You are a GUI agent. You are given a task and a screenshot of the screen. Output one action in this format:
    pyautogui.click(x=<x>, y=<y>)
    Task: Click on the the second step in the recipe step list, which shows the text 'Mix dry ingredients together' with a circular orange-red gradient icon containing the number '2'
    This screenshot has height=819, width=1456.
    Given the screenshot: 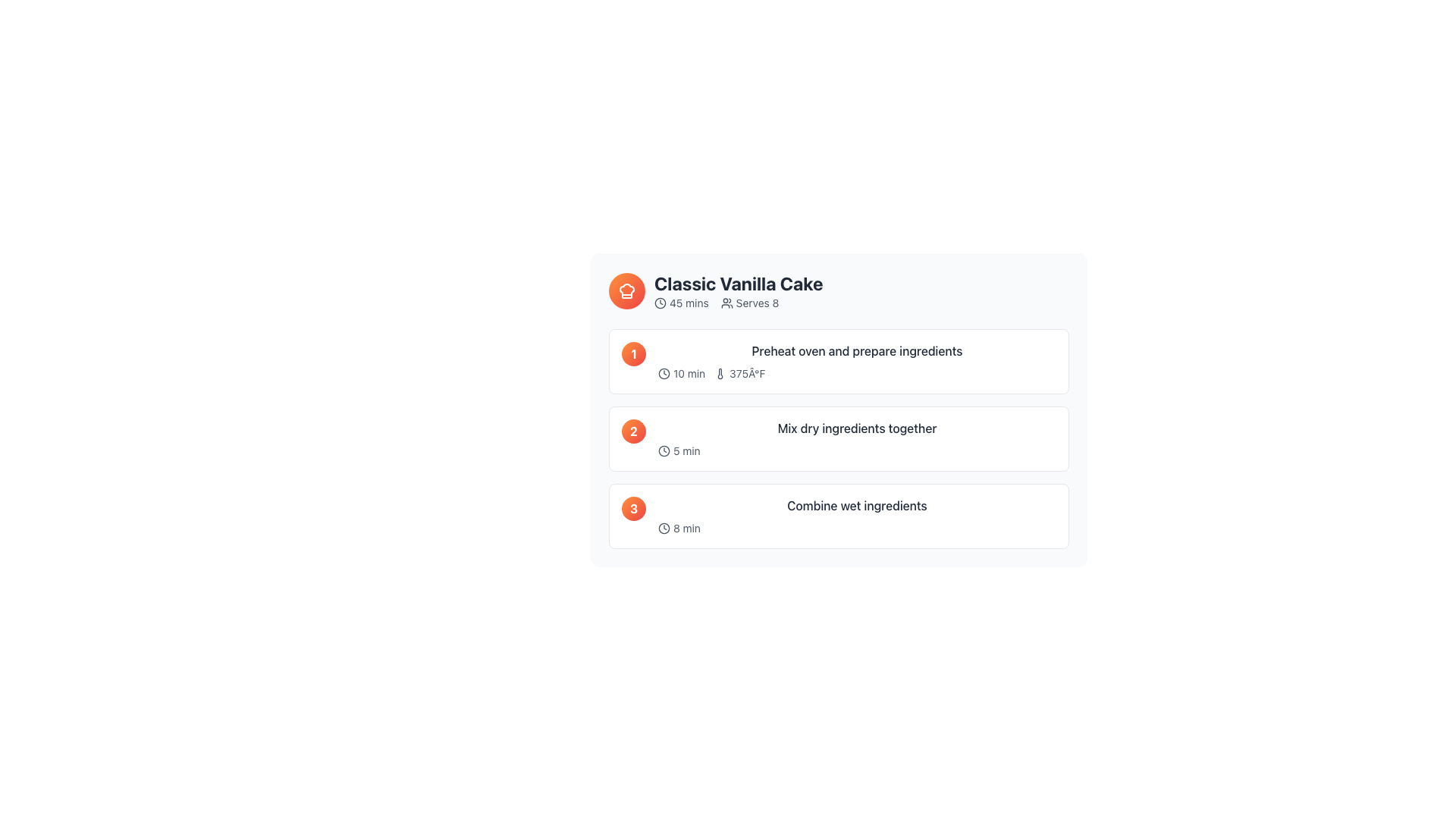 What is the action you would take?
    pyautogui.click(x=838, y=438)
    